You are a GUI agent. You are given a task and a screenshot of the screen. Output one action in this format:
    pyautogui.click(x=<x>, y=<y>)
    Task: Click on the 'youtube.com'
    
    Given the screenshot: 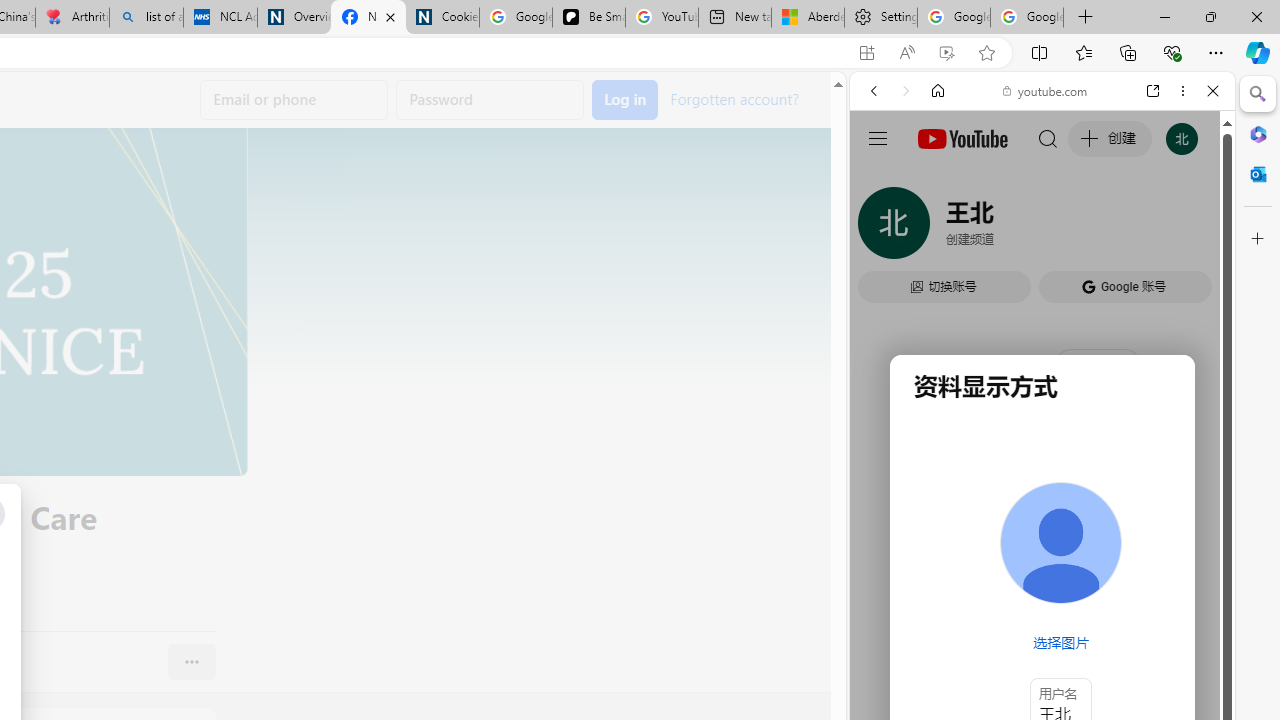 What is the action you would take?
    pyautogui.click(x=1045, y=91)
    